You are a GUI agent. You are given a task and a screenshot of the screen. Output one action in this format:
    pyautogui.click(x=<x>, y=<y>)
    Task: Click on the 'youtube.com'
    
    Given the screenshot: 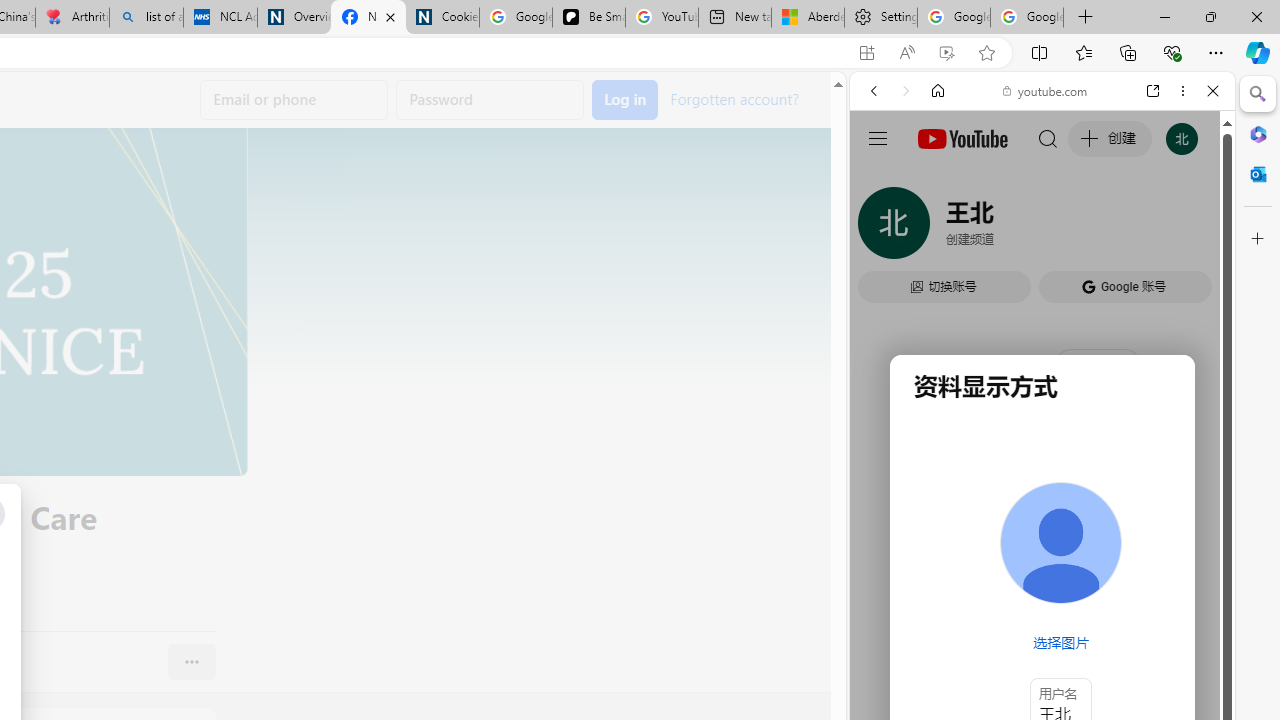 What is the action you would take?
    pyautogui.click(x=1045, y=91)
    